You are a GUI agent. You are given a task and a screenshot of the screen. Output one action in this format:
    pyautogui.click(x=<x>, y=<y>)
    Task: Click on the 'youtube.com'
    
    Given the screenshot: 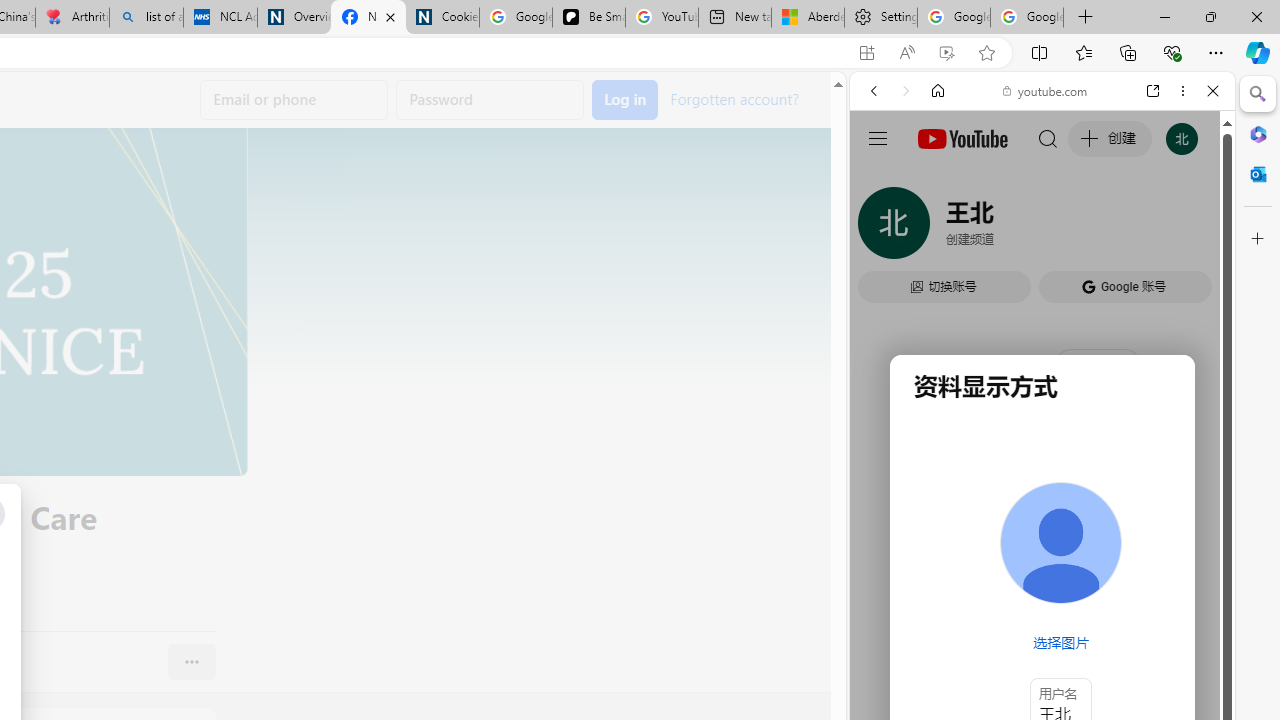 What is the action you would take?
    pyautogui.click(x=1045, y=91)
    